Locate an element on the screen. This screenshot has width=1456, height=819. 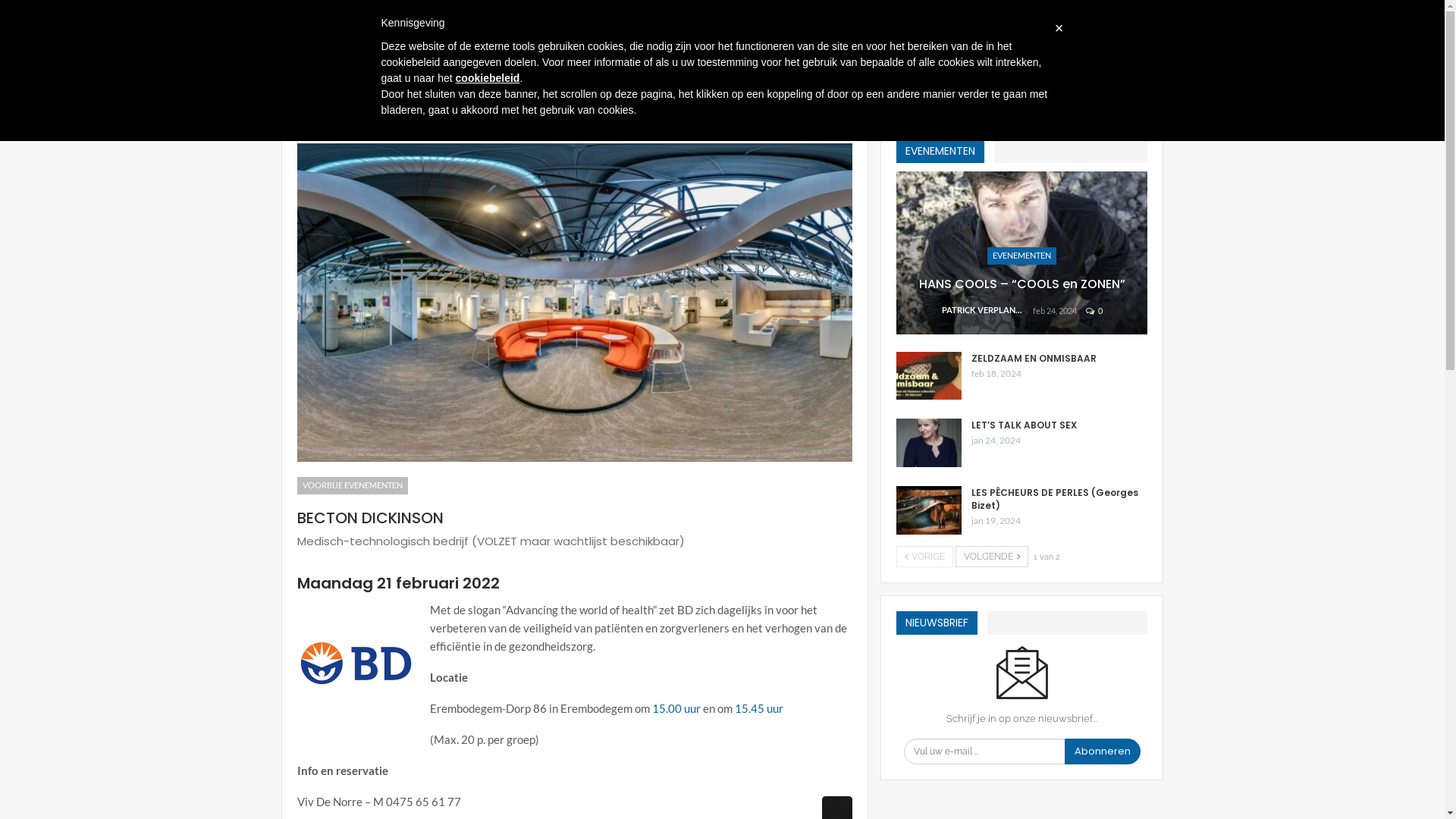
'VORIGE' is located at coordinates (924, 556).